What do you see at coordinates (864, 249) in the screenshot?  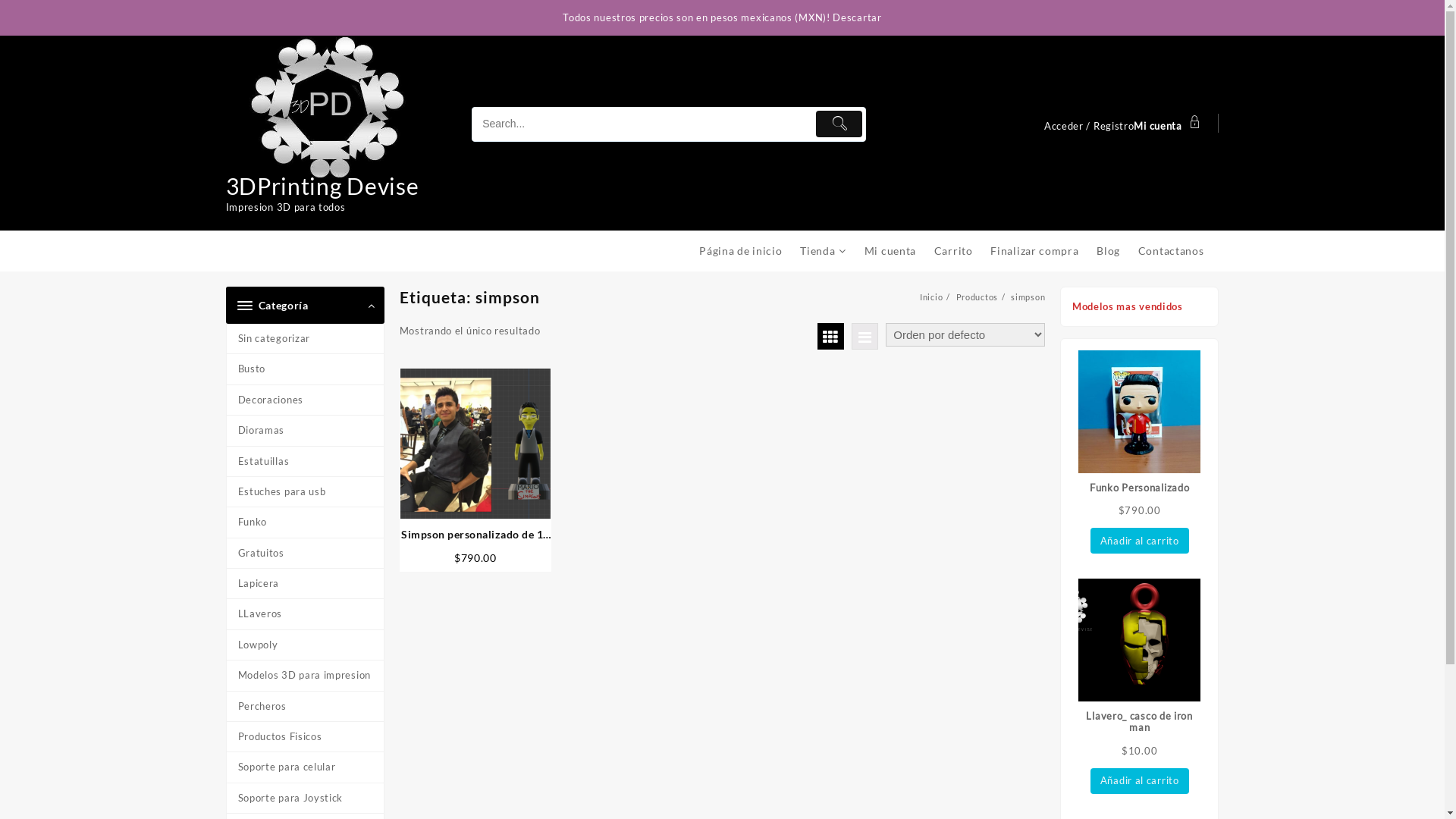 I see `'Mi cuenta'` at bounding box center [864, 249].